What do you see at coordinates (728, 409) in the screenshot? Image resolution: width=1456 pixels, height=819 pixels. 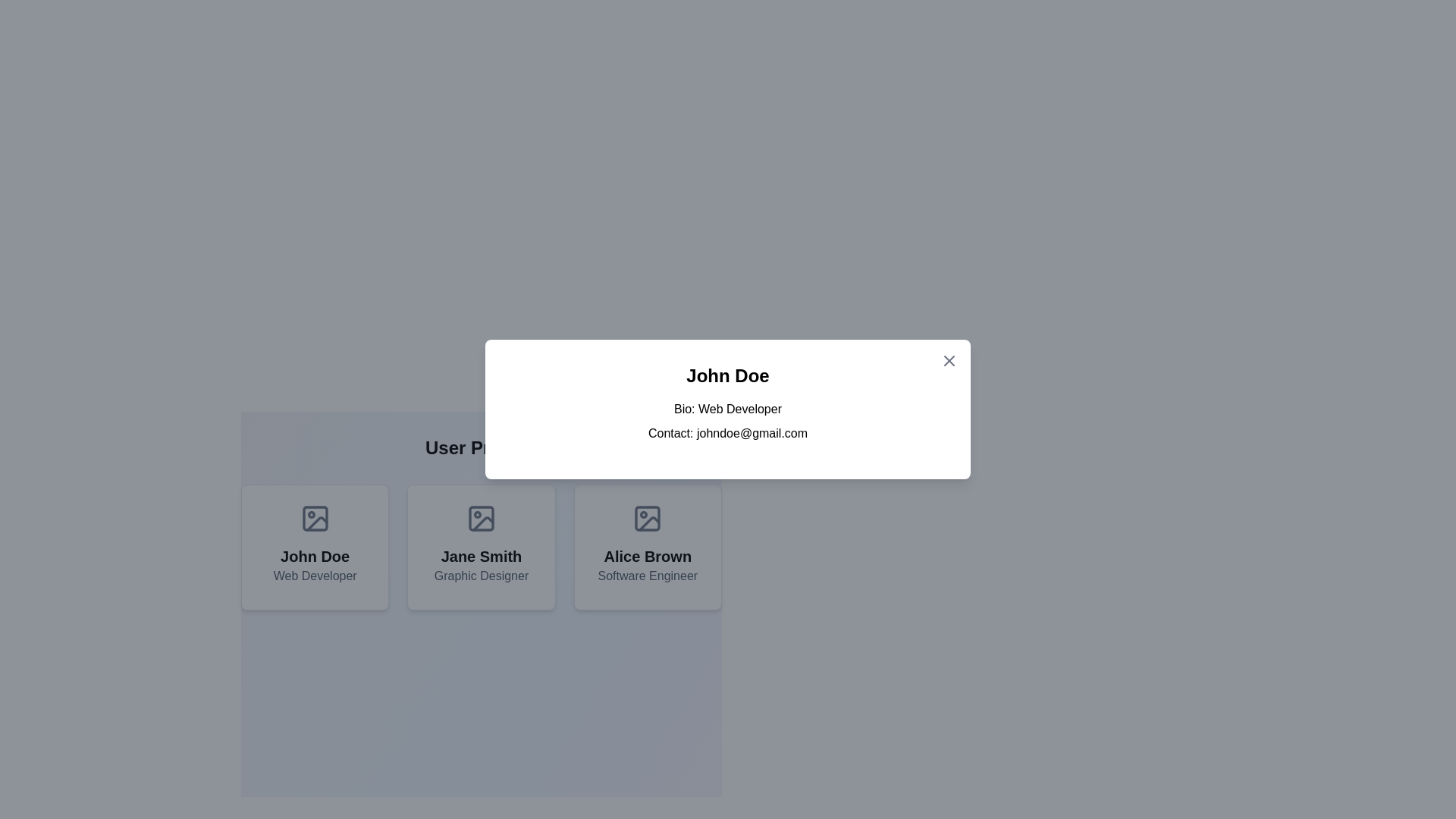 I see `the text label that describes a person's profession, located below 'John Doe' and above 'Contact: johndoe@gmail.com'` at bounding box center [728, 409].